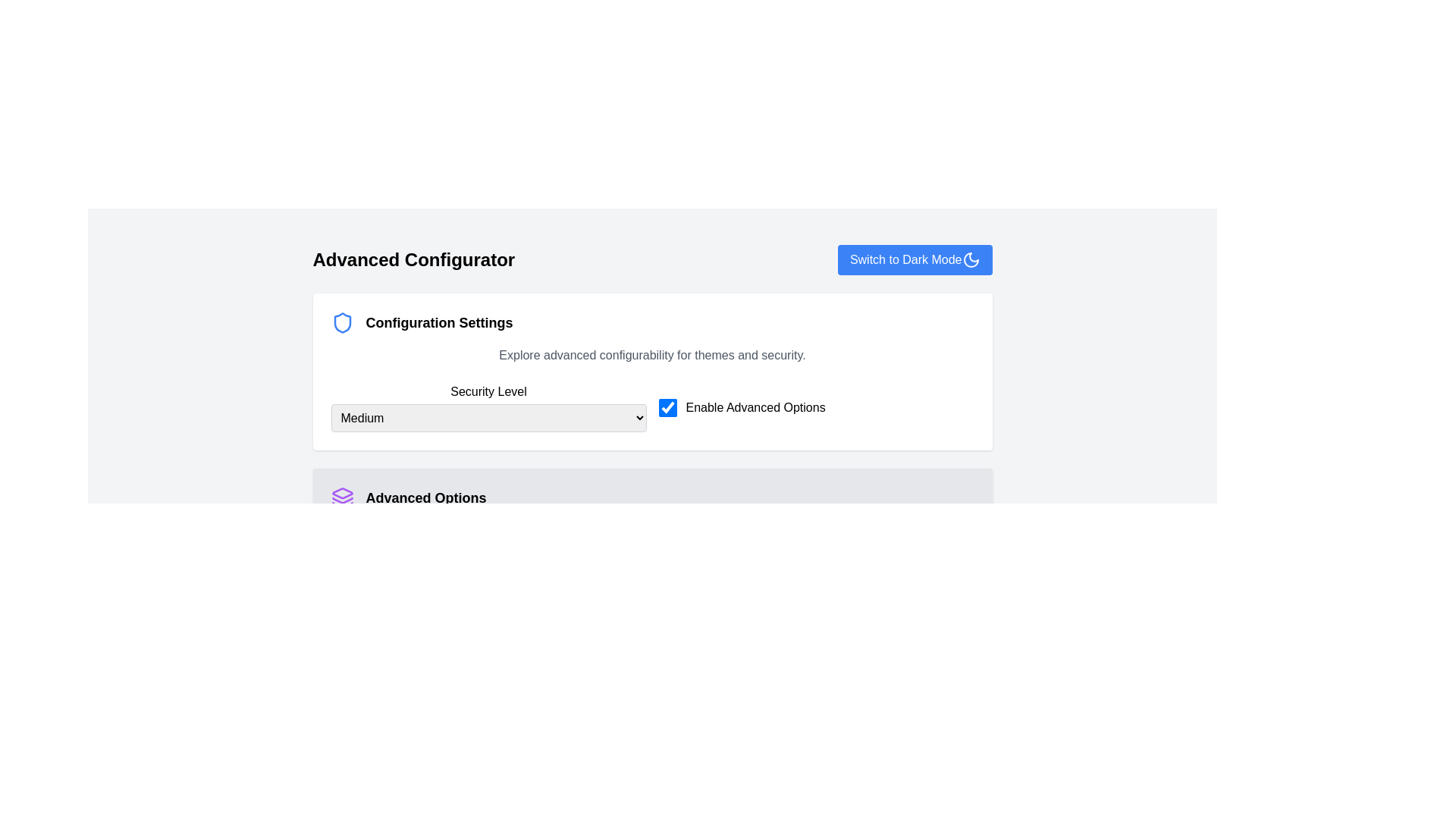 The image size is (1456, 819). I want to click on the checkbox, so click(667, 406).